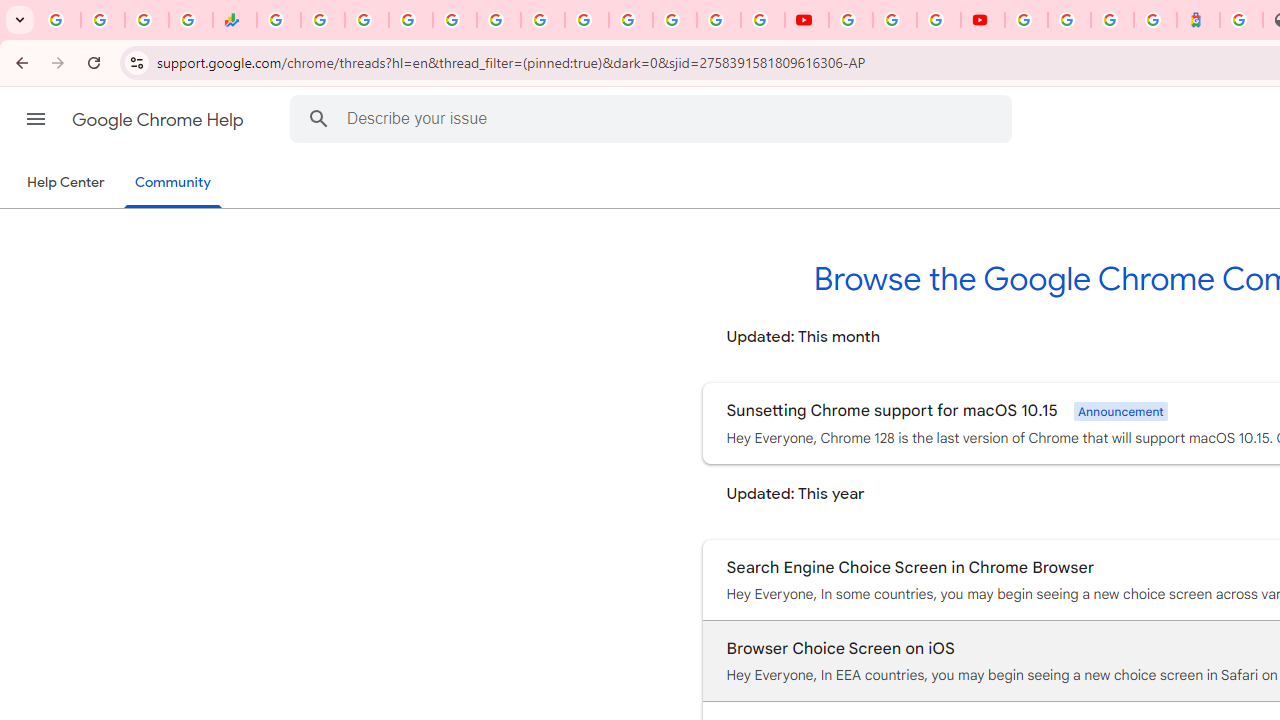 The height and width of the screenshot is (720, 1280). What do you see at coordinates (893, 20) in the screenshot?
I see `'Google Account Help'` at bounding box center [893, 20].